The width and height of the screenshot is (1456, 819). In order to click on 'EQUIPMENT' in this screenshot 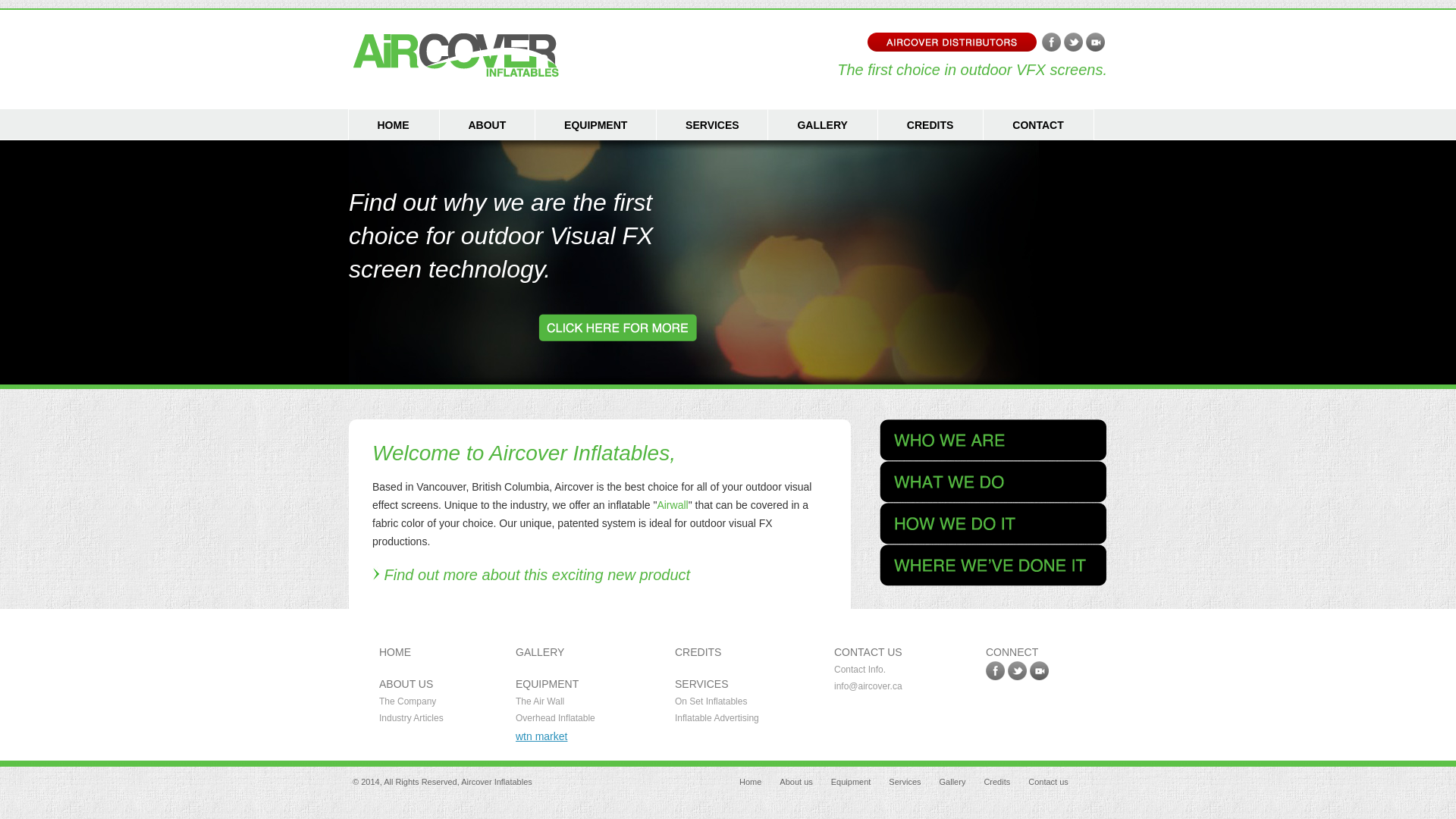, I will do `click(546, 684)`.